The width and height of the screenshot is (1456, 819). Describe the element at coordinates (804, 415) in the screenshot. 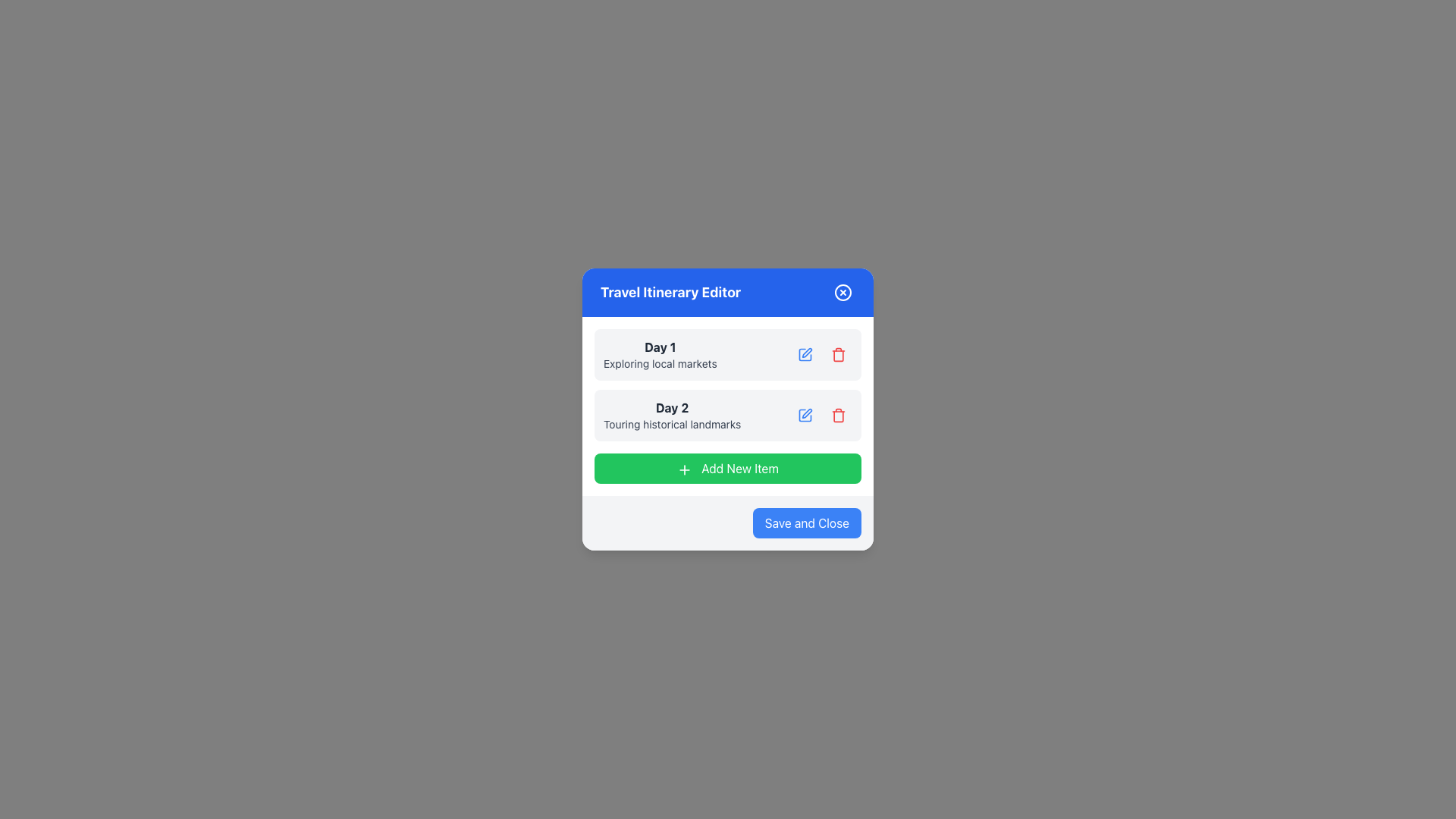

I see `the editing options button for the second item in the travel itinerary list, located in the 'Travel Itinerary Editor' section, adjacent to the 'Touring historical landmarks' label and a red trash bin icon` at that location.